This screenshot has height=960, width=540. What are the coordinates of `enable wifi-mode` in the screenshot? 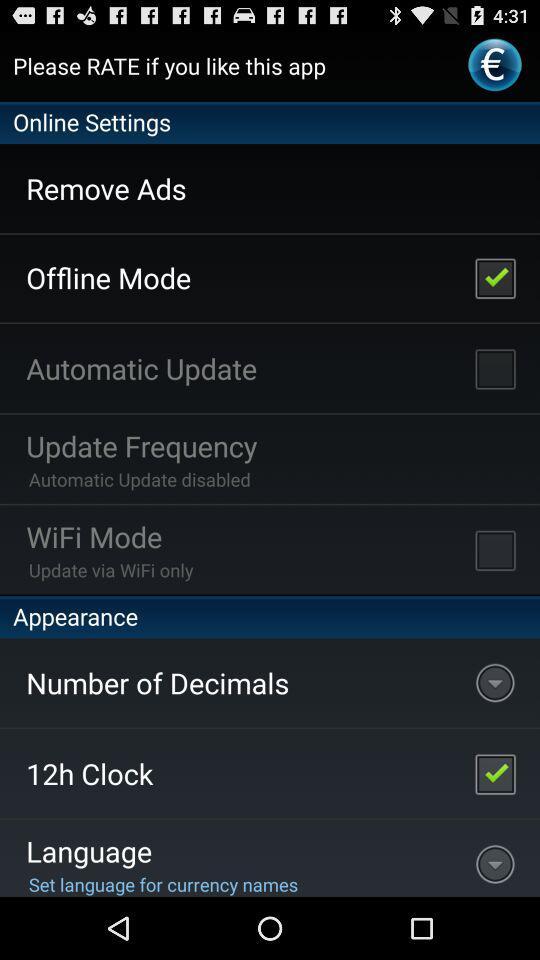 It's located at (494, 549).